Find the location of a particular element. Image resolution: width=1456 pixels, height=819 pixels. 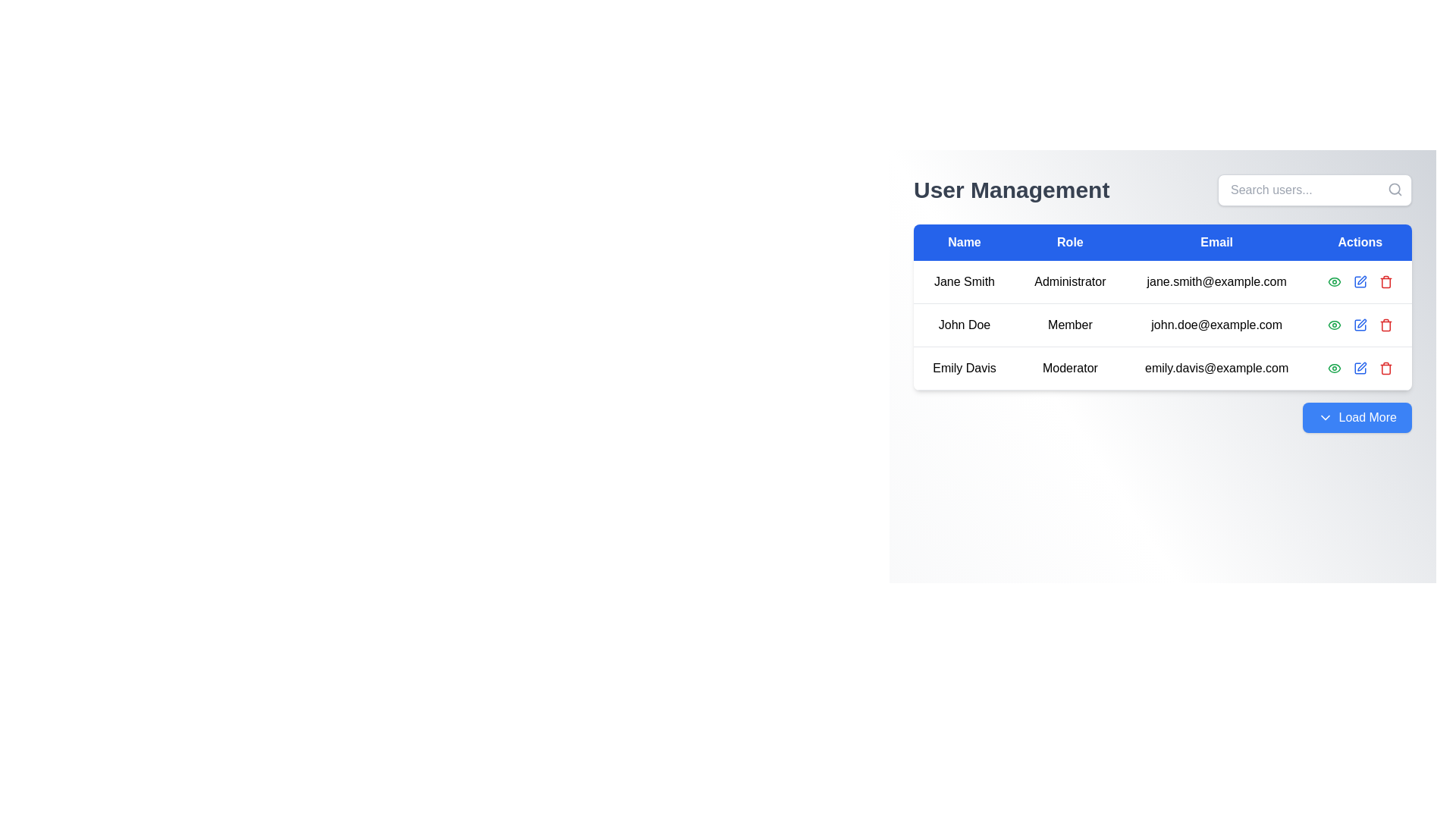

the text label displaying the email address 'emily.davis@example.com' located in the third row of the user management table under the 'Email' column is located at coordinates (1216, 369).